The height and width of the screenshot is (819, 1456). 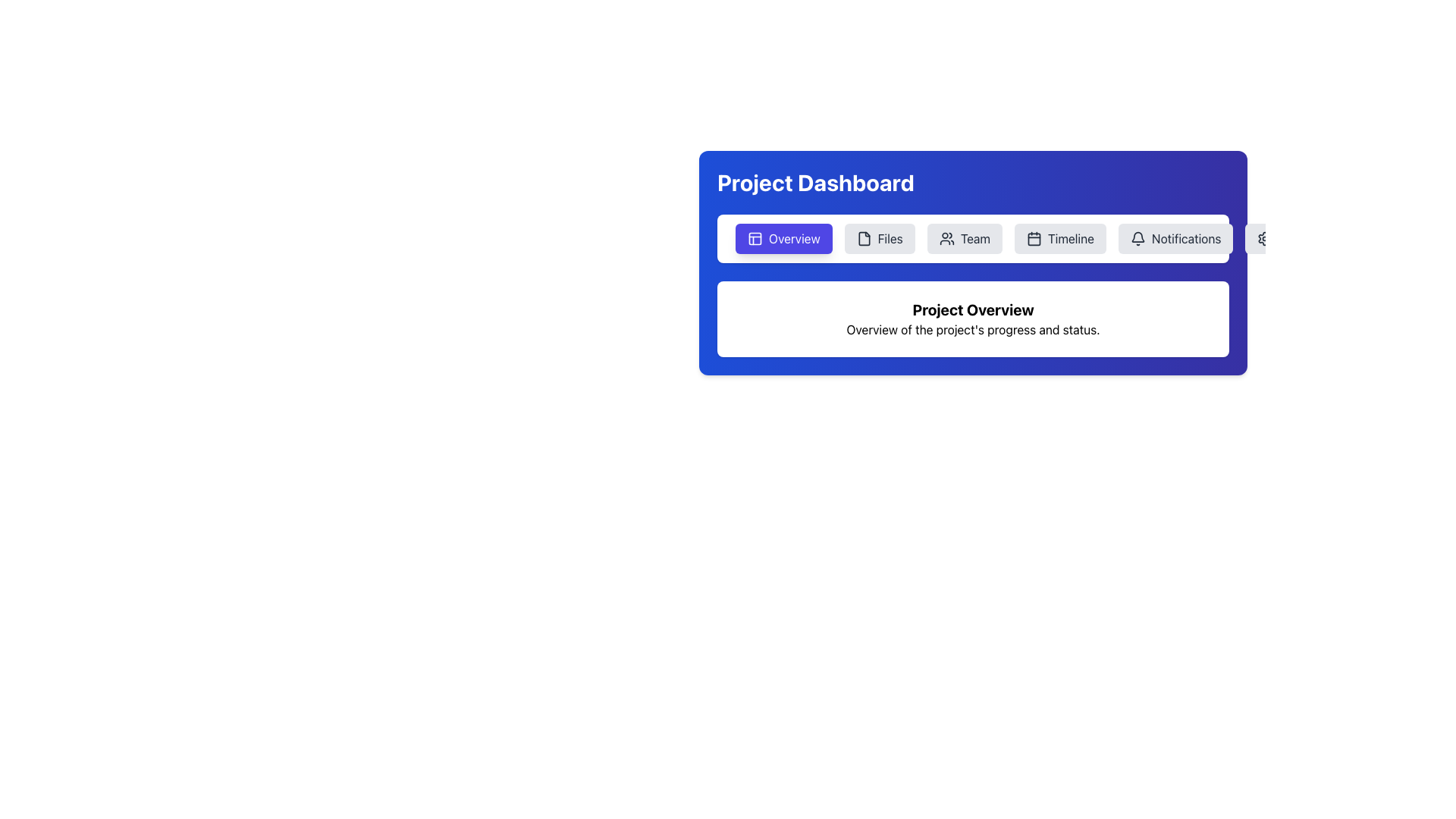 What do you see at coordinates (964, 239) in the screenshot?
I see `the 'Team' button, which is a horizontally rectangular button with a light gray background and a black icon of two people followed by the text 'Team'` at bounding box center [964, 239].